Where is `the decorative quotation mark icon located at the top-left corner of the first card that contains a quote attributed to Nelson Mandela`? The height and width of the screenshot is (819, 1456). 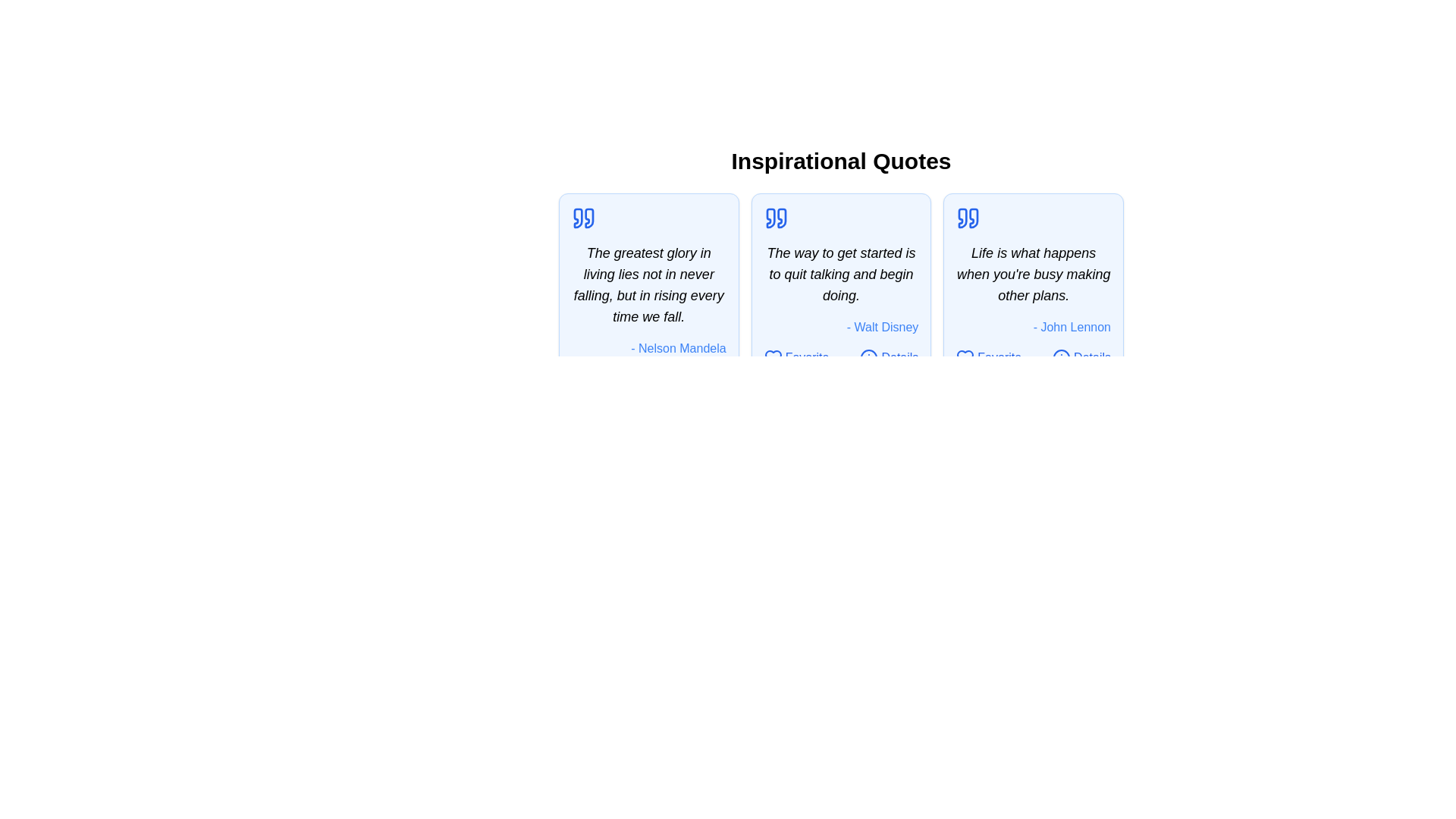 the decorative quotation mark icon located at the top-left corner of the first card that contains a quote attributed to Nelson Mandela is located at coordinates (582, 218).